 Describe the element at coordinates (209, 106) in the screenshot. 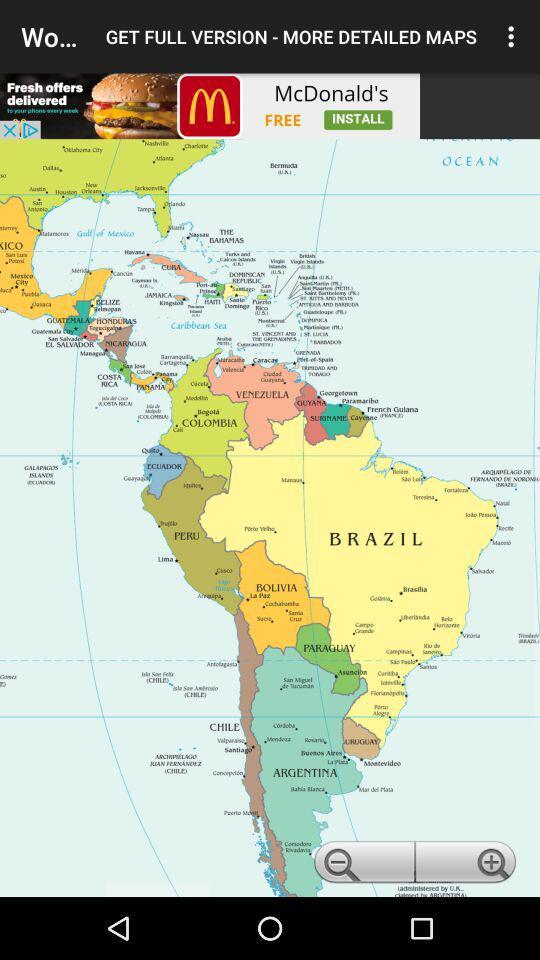

I see `advertisement area` at that location.